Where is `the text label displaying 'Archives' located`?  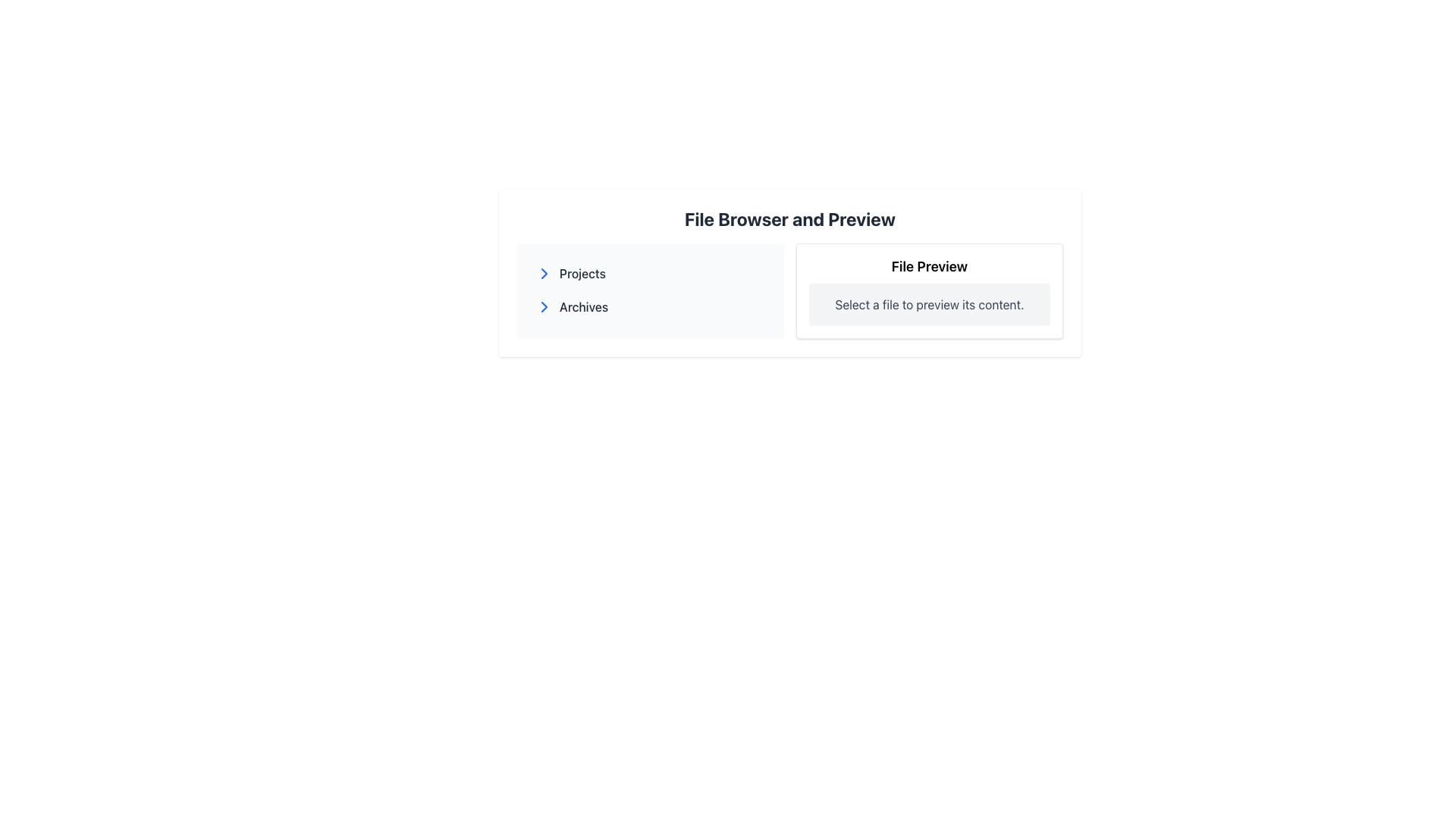 the text label displaying 'Archives' located is located at coordinates (583, 307).